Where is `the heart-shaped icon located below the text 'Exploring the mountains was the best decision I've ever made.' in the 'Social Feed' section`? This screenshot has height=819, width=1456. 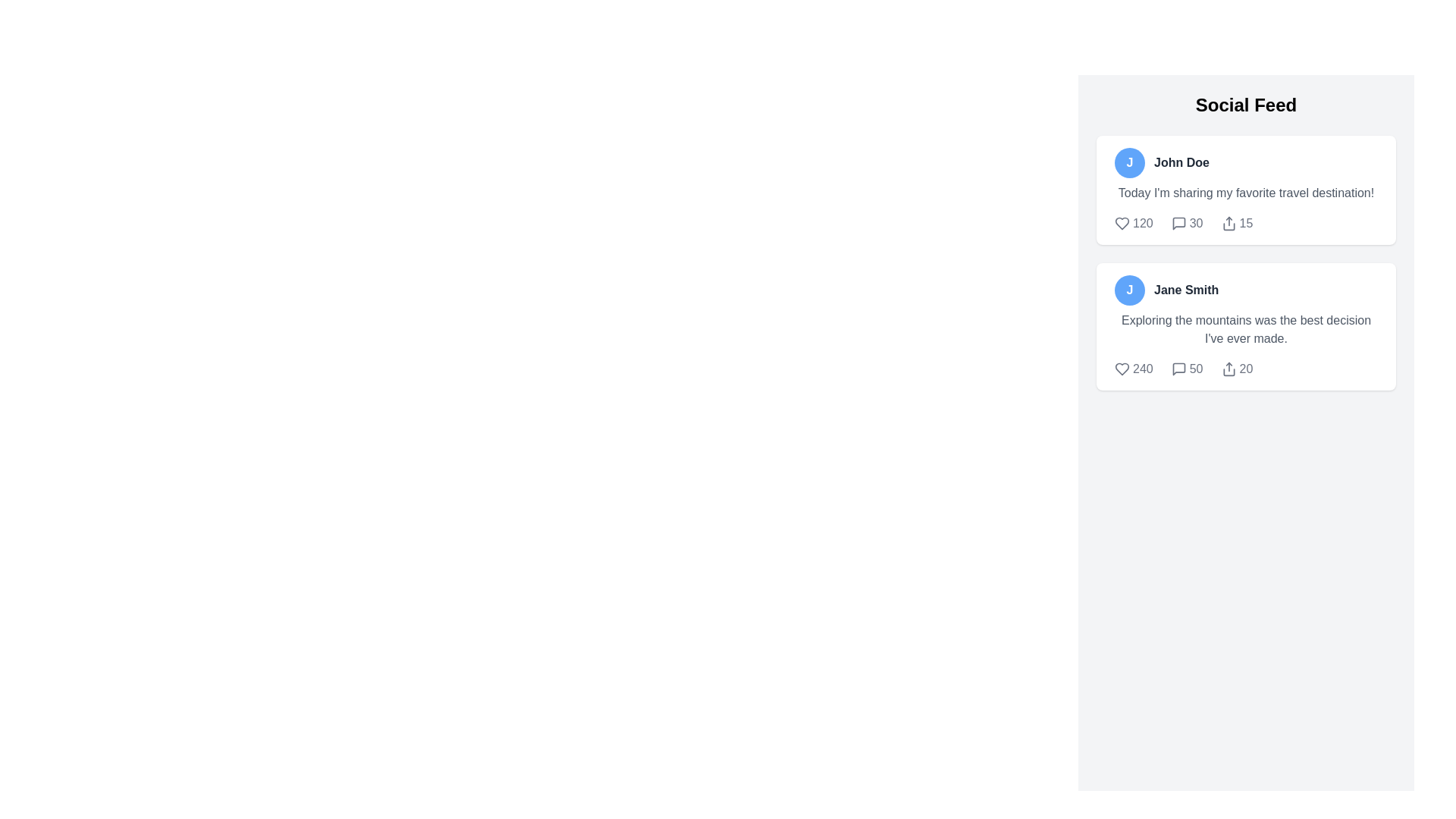
the heart-shaped icon located below the text 'Exploring the mountains was the best decision I've ever made.' in the 'Social Feed' section is located at coordinates (1122, 369).